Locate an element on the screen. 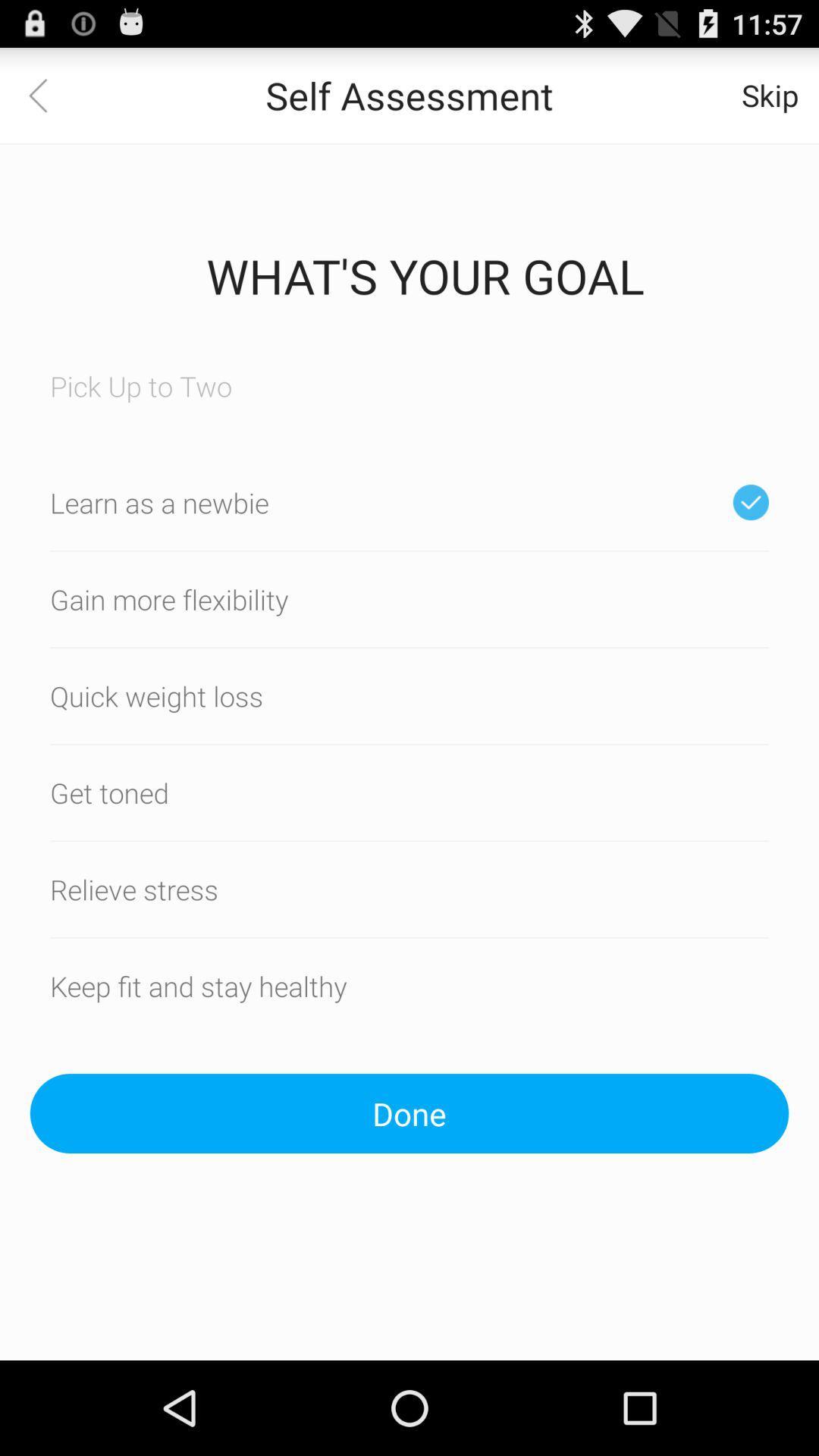 The width and height of the screenshot is (819, 1456). go back is located at coordinates (46, 94).